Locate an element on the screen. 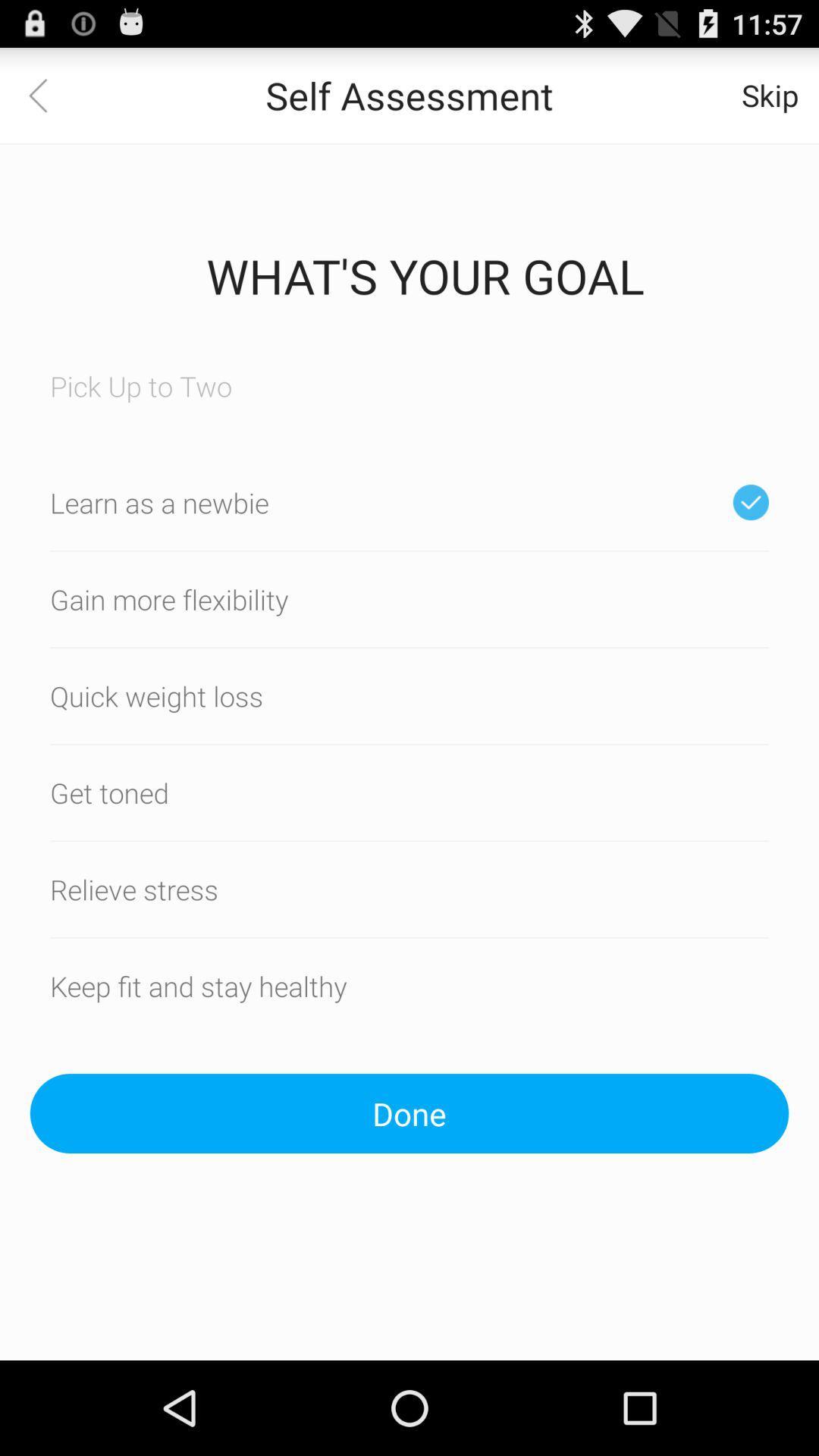 The width and height of the screenshot is (819, 1456). go back is located at coordinates (46, 94).